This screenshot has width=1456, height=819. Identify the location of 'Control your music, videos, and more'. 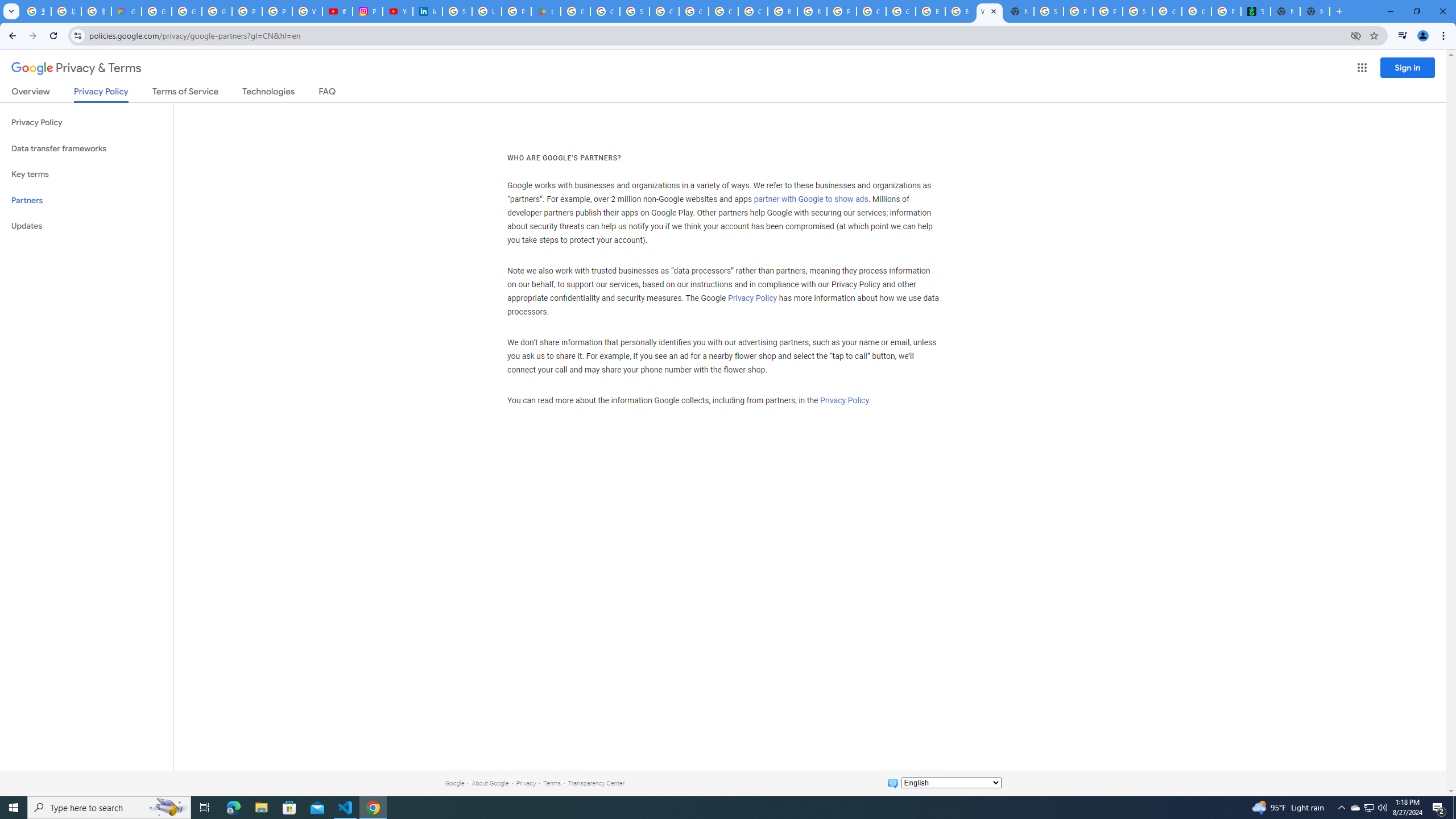
(1403, 35).